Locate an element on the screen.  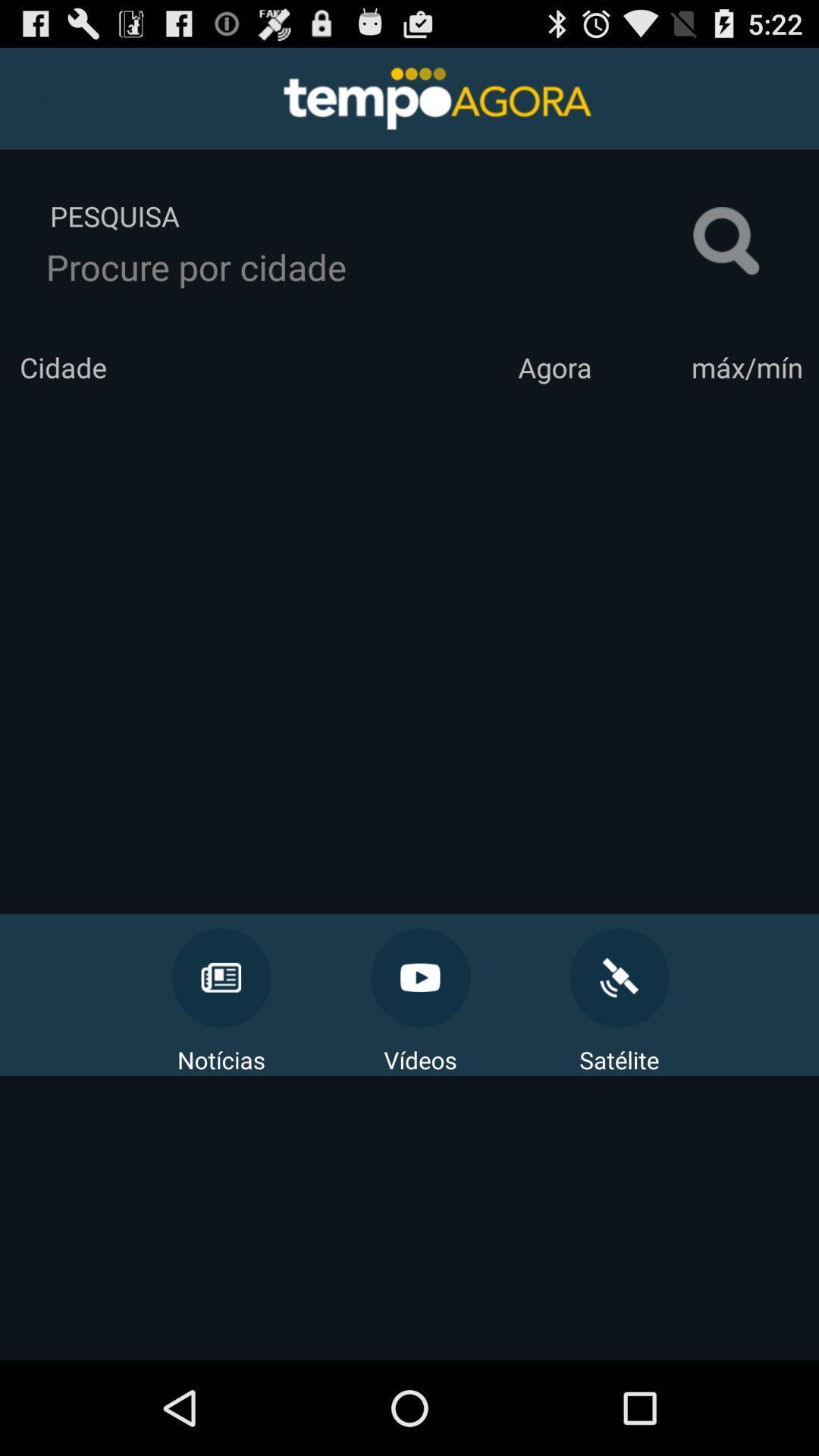
the item below the pesquisa item is located at coordinates (369, 267).